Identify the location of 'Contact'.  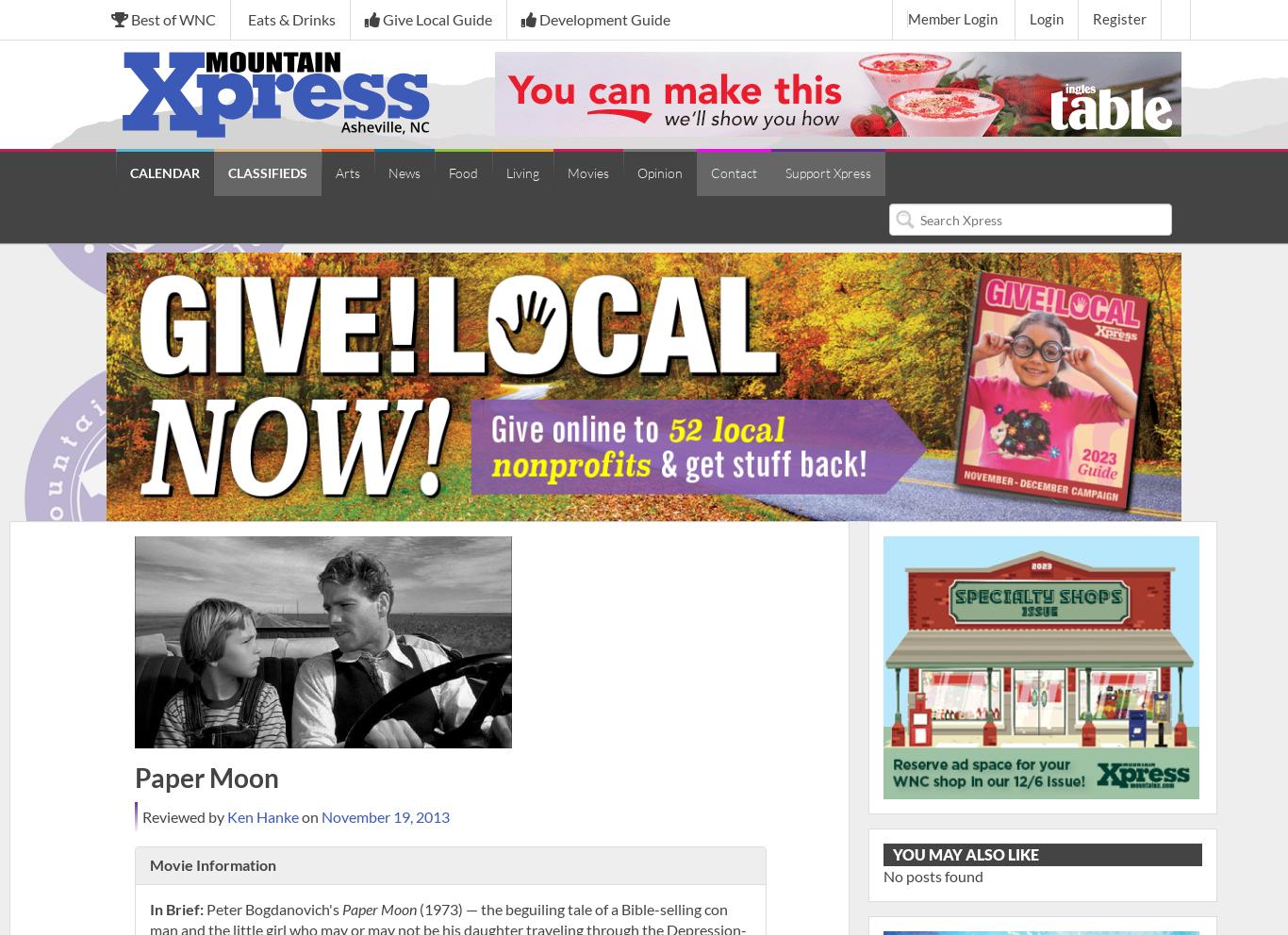
(711, 172).